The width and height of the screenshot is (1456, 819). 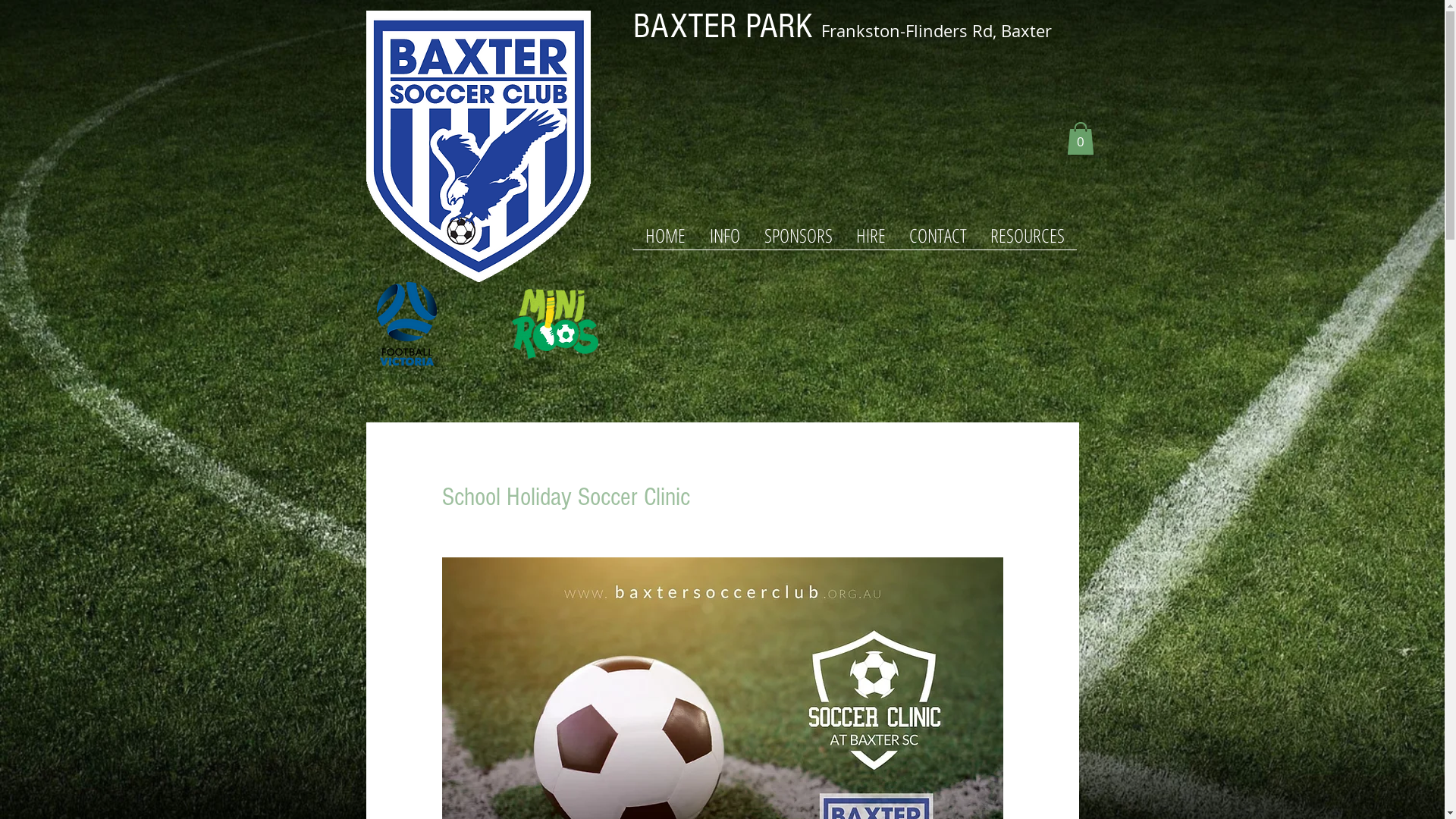 What do you see at coordinates (871, 239) in the screenshot?
I see `'HIRE'` at bounding box center [871, 239].